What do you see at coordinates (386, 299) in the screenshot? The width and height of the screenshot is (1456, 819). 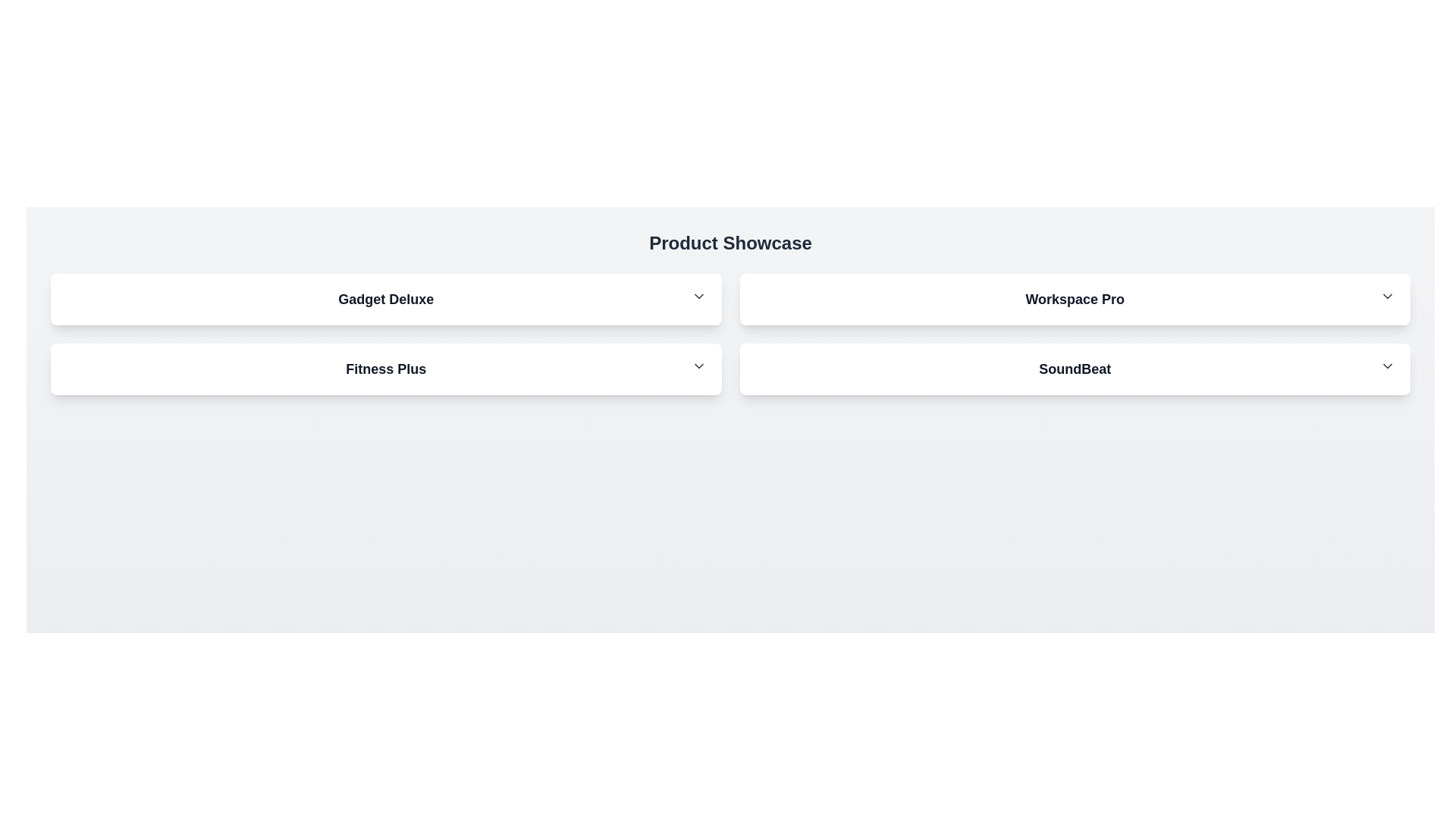 I see `the 'Gadget Deluxe' label located in the top left corner of the interface, which indicates the associated product or feature` at bounding box center [386, 299].